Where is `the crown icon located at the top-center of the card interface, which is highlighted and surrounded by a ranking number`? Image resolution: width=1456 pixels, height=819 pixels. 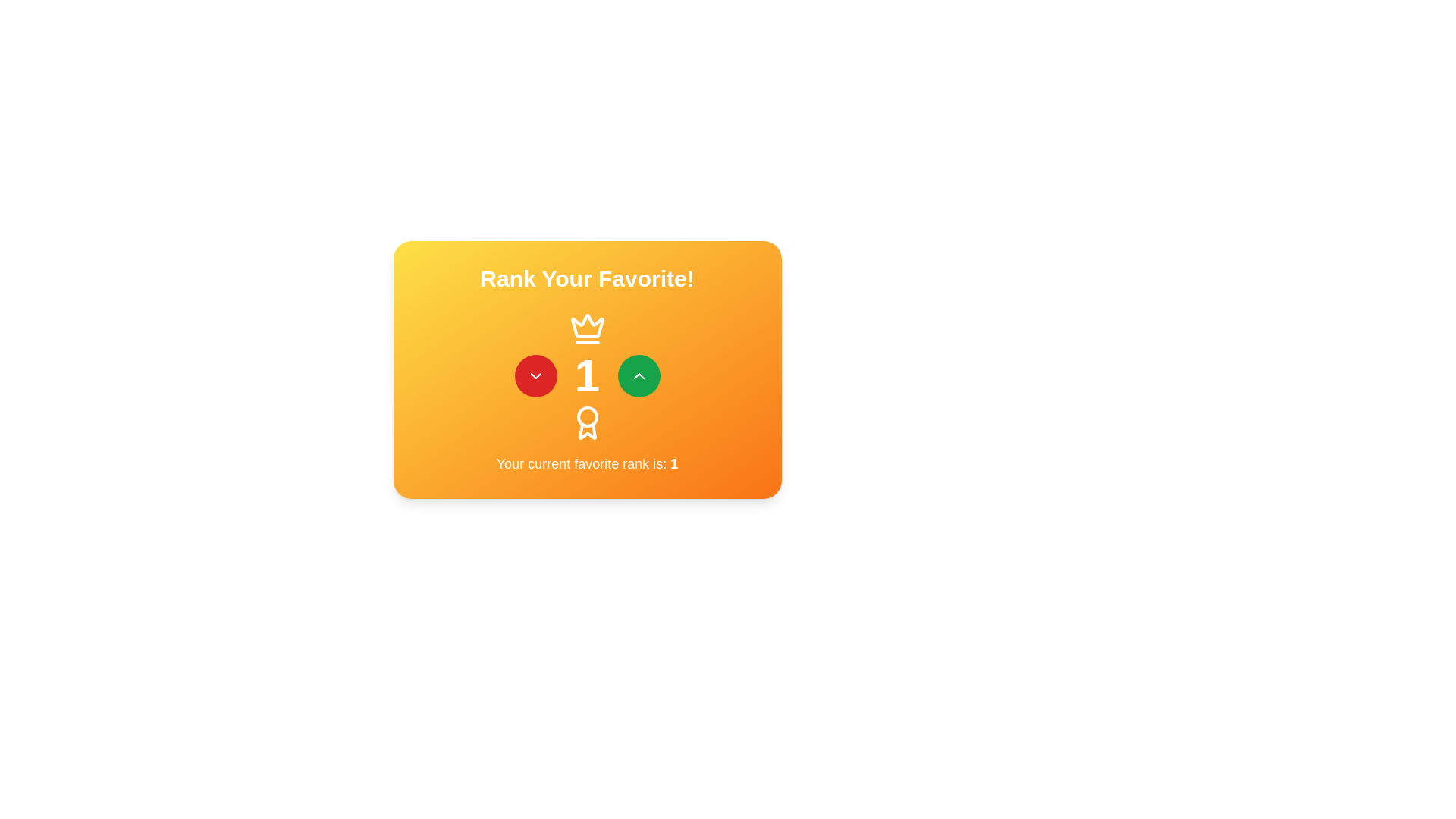 the crown icon located at the top-center of the card interface, which is highlighted and surrounded by a ranking number is located at coordinates (586, 328).